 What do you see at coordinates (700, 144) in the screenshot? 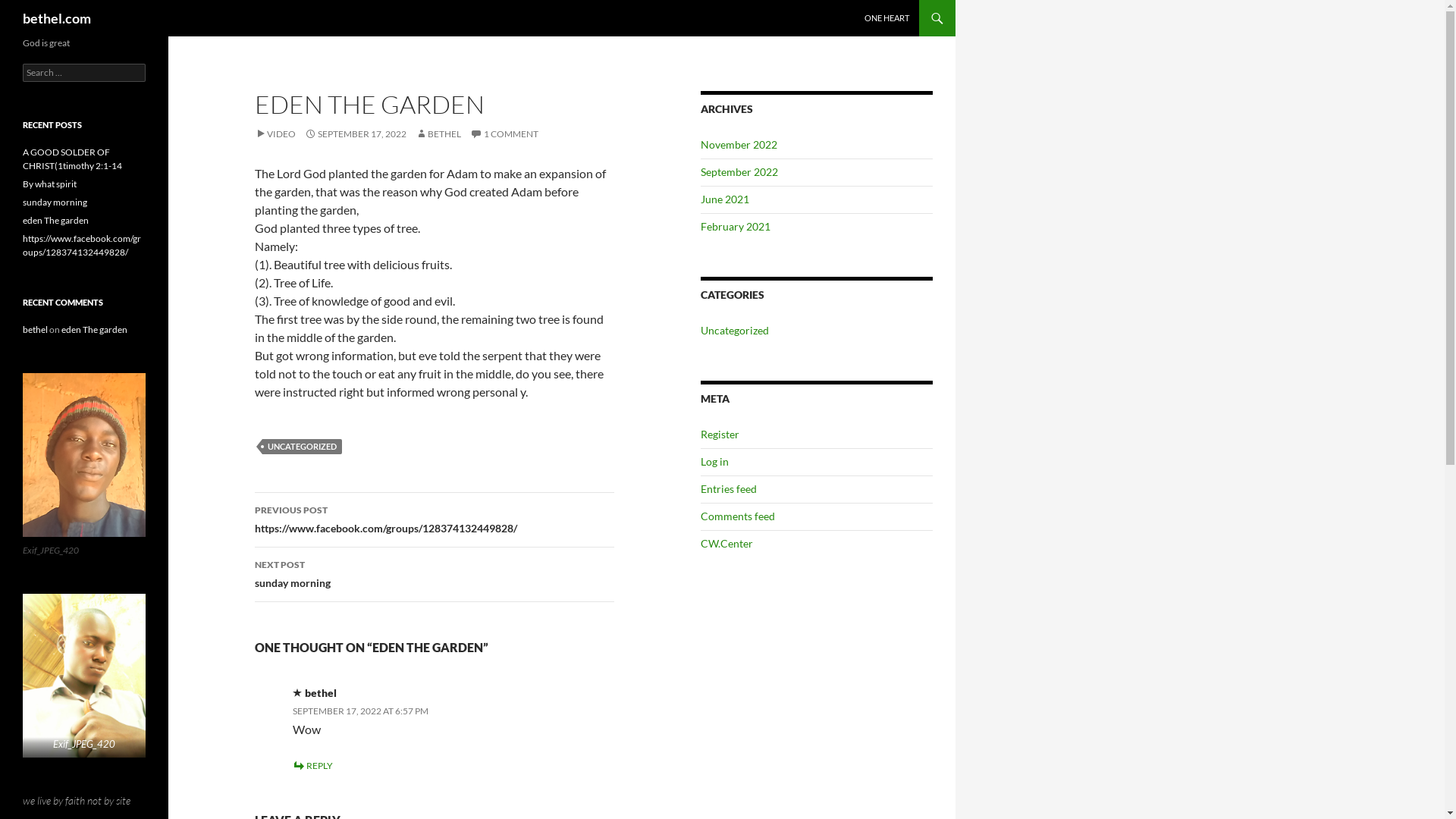
I see `'November 2022'` at bounding box center [700, 144].